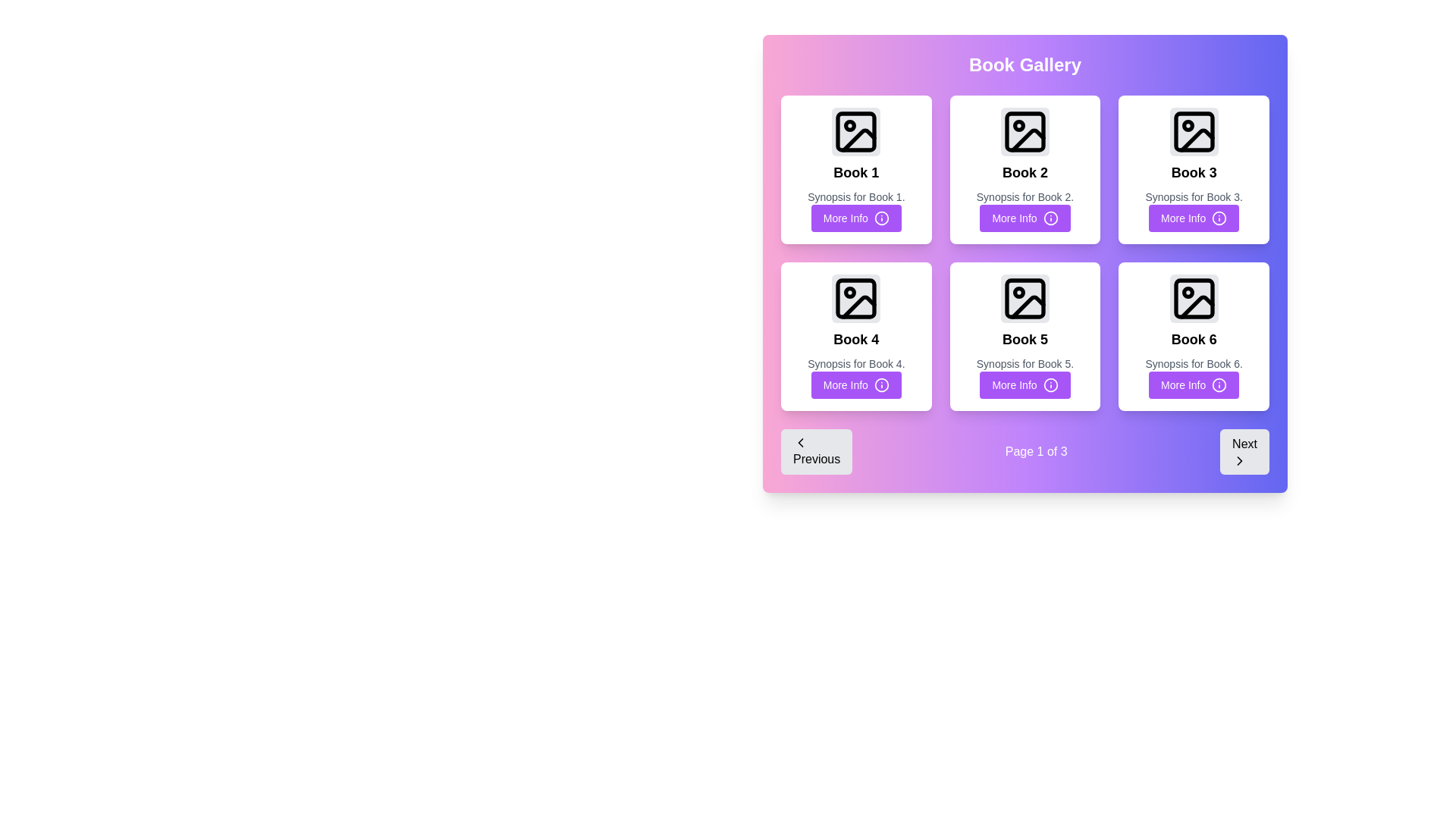  Describe the element at coordinates (1193, 384) in the screenshot. I see `the button located at the bottom section of the 'Book 6' card to check for additional interactions` at that location.